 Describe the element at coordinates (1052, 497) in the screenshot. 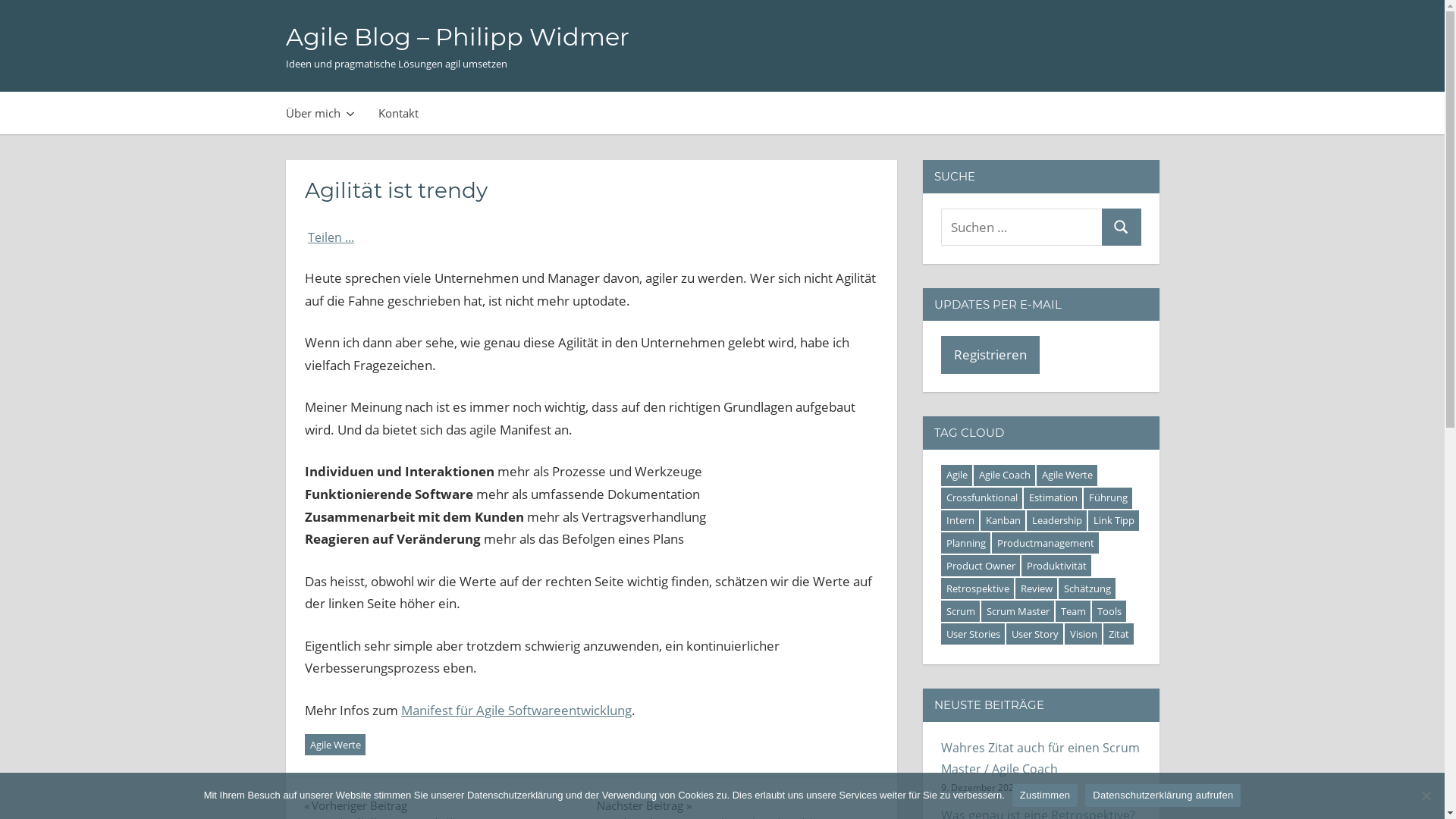

I see `'Estimation'` at that location.